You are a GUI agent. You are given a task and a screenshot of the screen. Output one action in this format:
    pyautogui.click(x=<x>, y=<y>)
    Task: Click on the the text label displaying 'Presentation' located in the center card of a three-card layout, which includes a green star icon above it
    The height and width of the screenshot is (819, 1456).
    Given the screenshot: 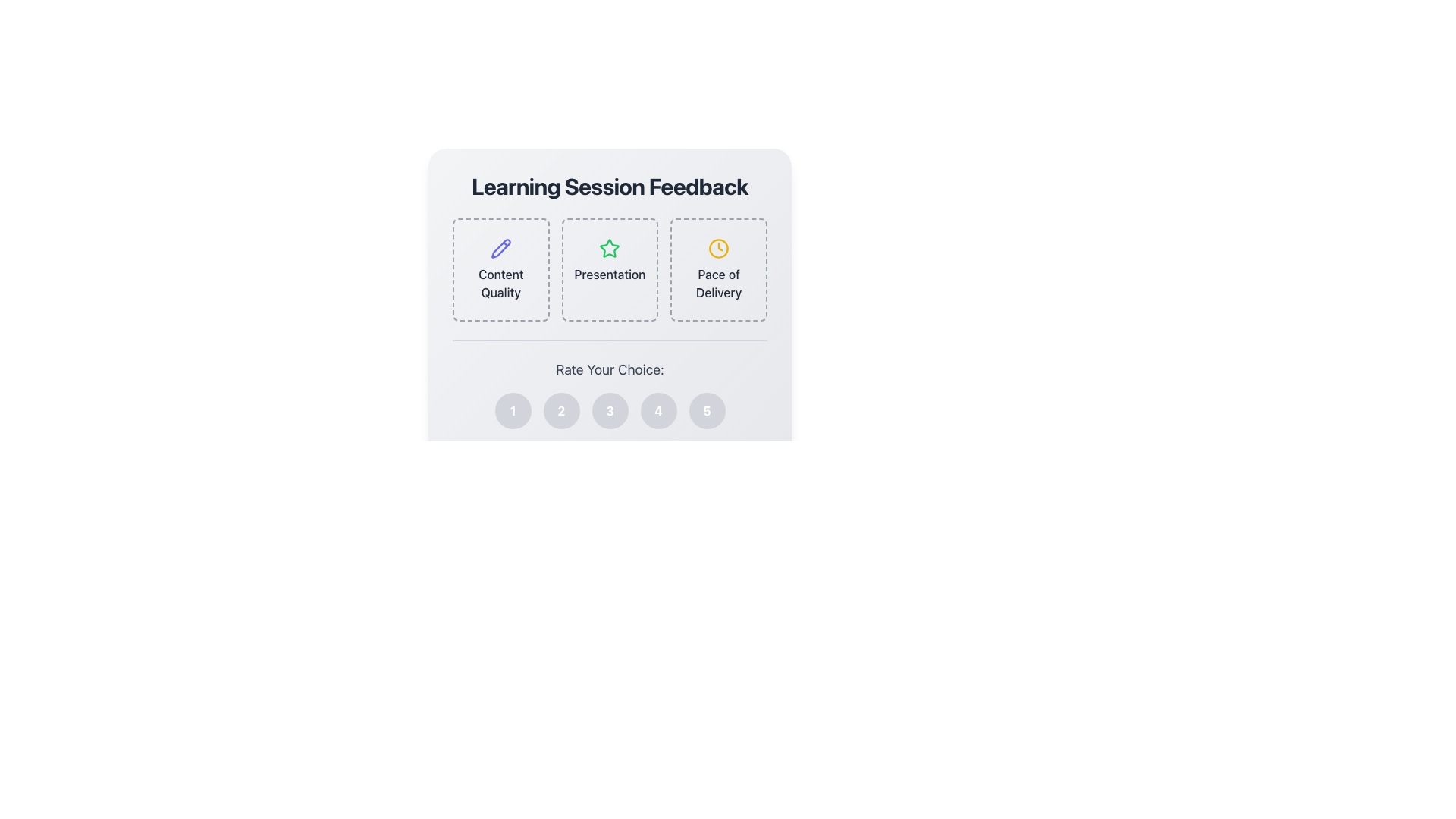 What is the action you would take?
    pyautogui.click(x=610, y=275)
    